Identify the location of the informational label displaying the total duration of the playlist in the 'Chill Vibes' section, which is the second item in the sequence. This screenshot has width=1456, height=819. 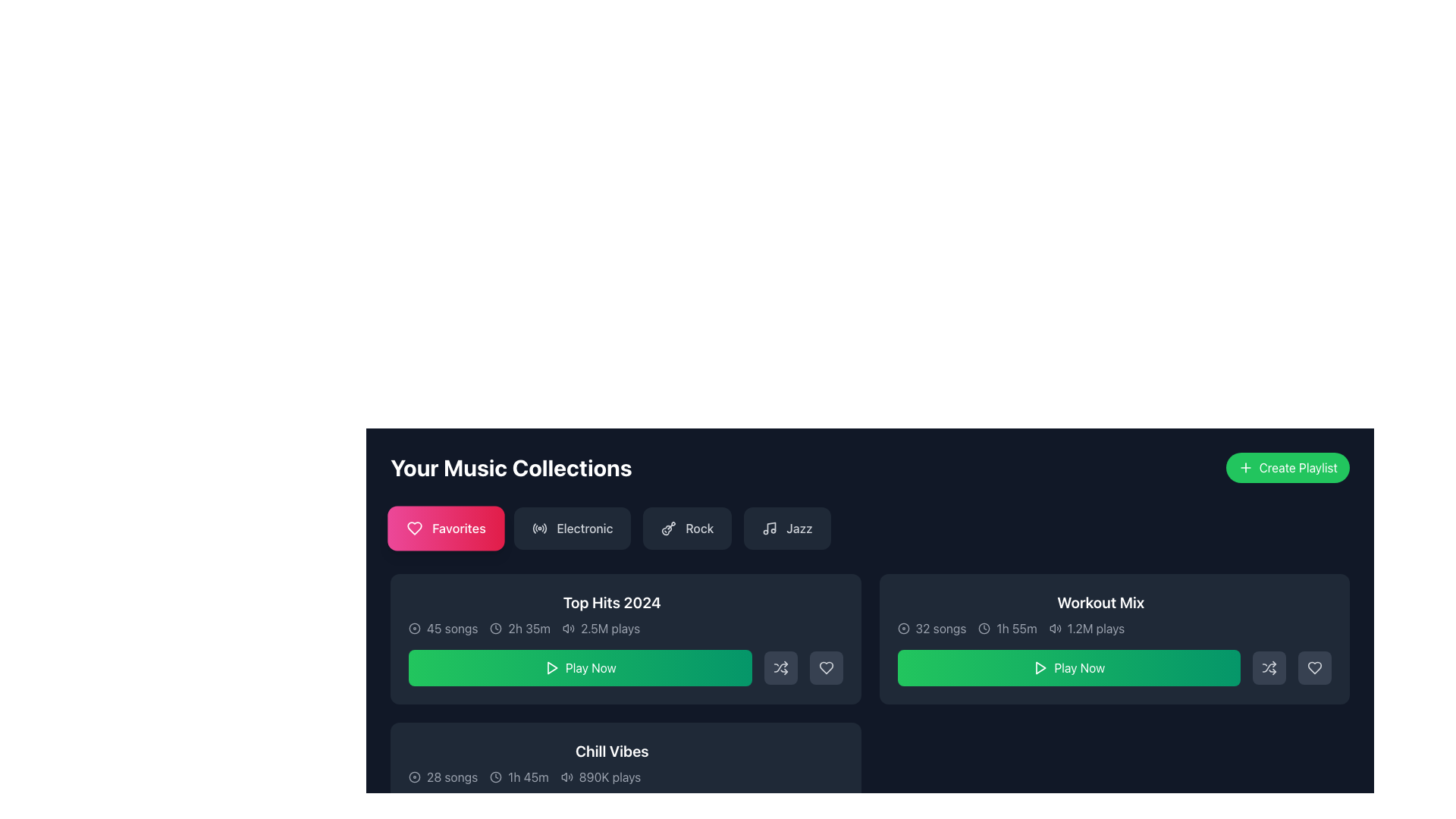
(519, 777).